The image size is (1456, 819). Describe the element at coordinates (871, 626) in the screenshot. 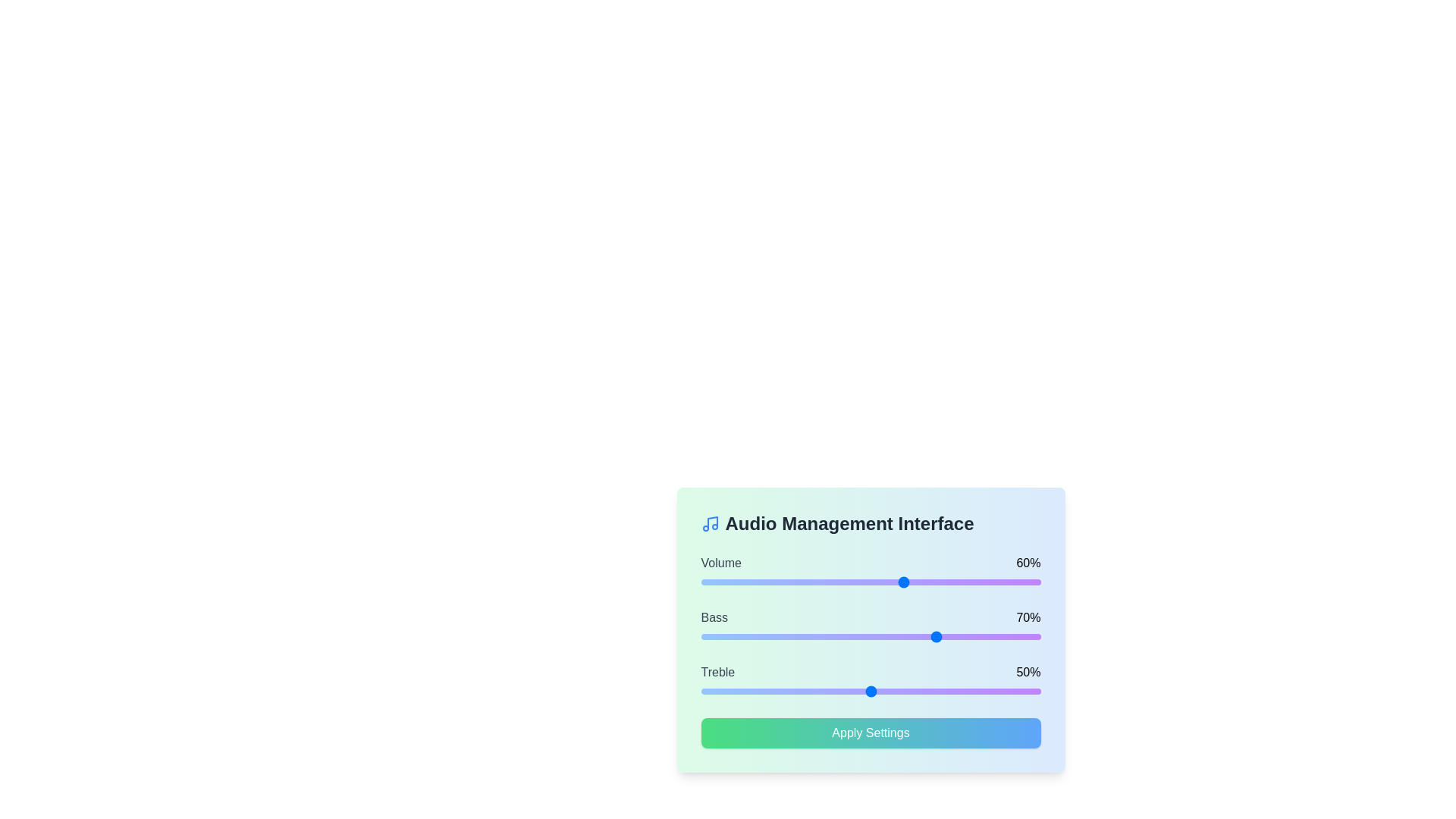

I see `the percentage values (60%, 70%, 50%)` at that location.